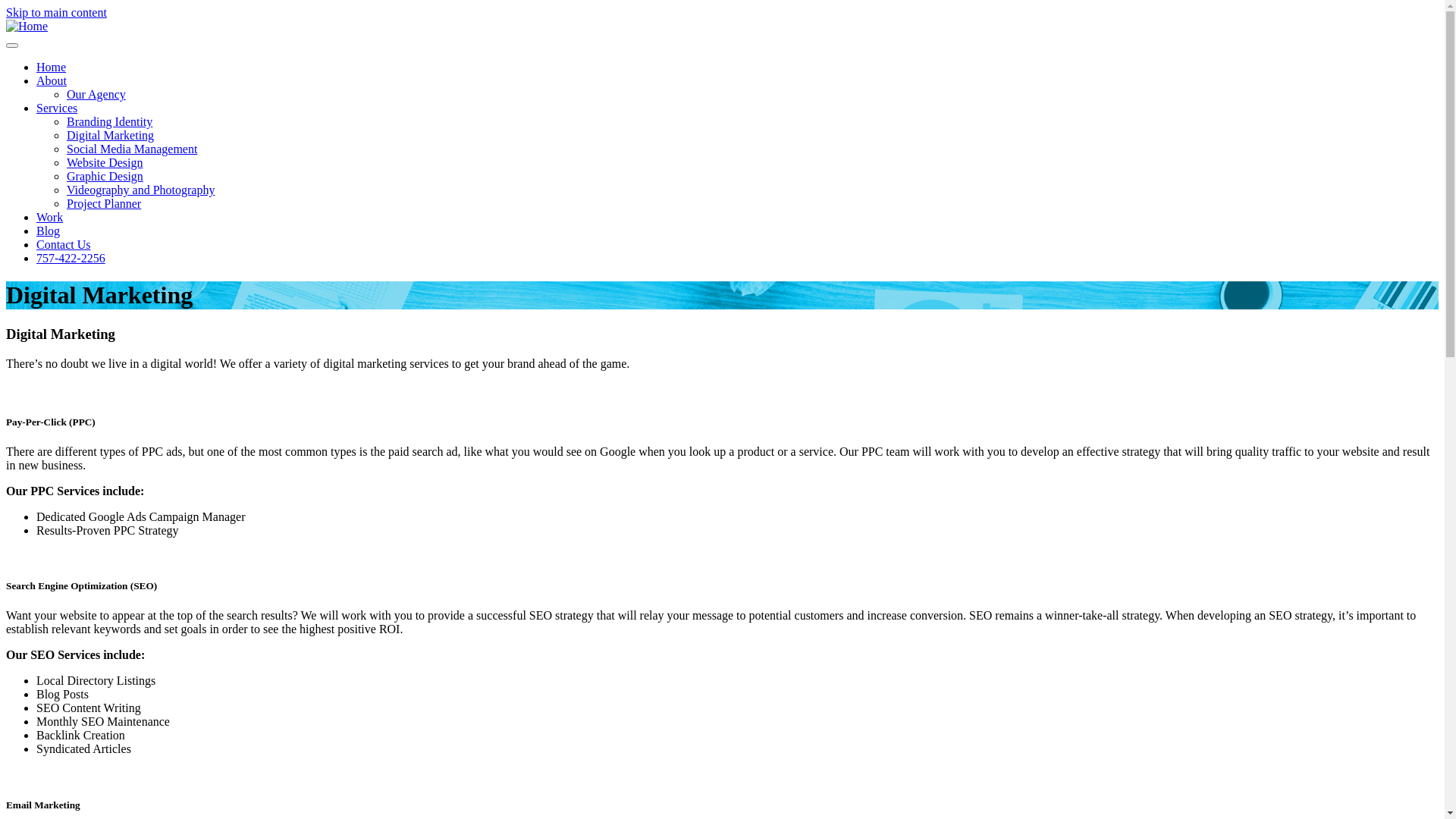 The height and width of the screenshot is (819, 1456). I want to click on 'Project Planner', so click(103, 202).